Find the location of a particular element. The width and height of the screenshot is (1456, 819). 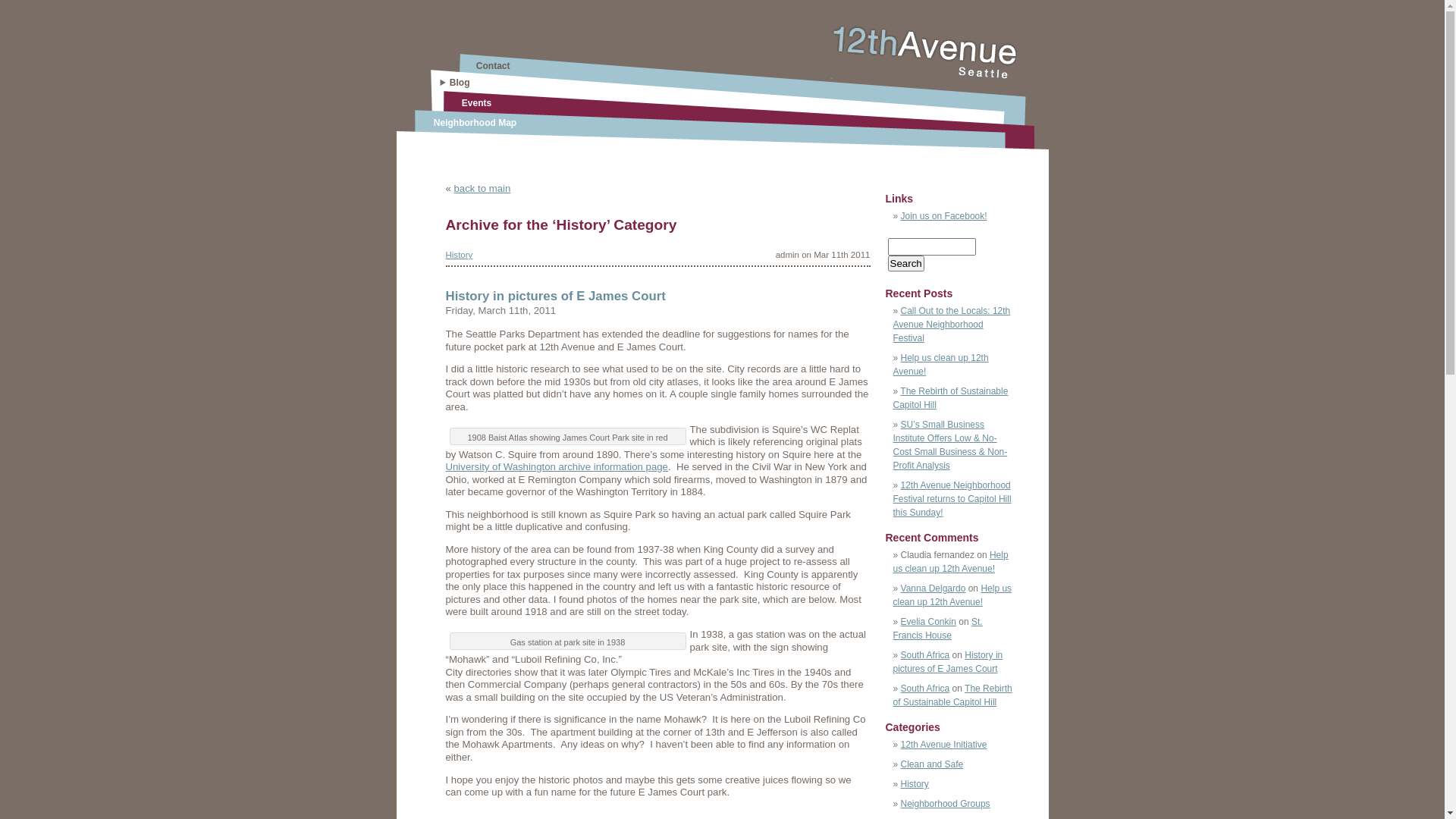

'12th Avenue Initiative' is located at coordinates (943, 744).